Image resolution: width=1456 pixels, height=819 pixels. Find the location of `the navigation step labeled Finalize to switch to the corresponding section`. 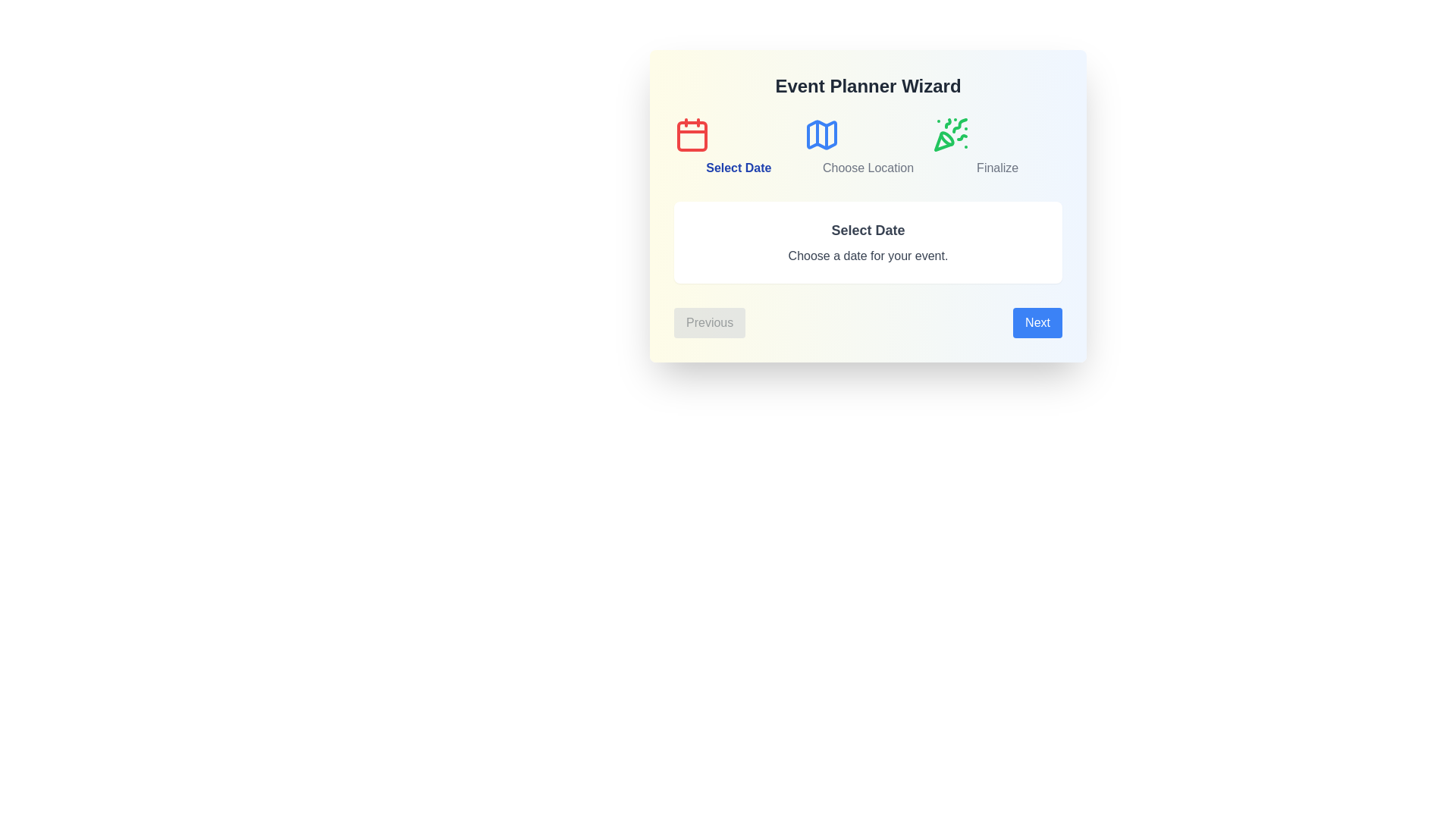

the navigation step labeled Finalize to switch to the corresponding section is located at coordinates (997, 146).